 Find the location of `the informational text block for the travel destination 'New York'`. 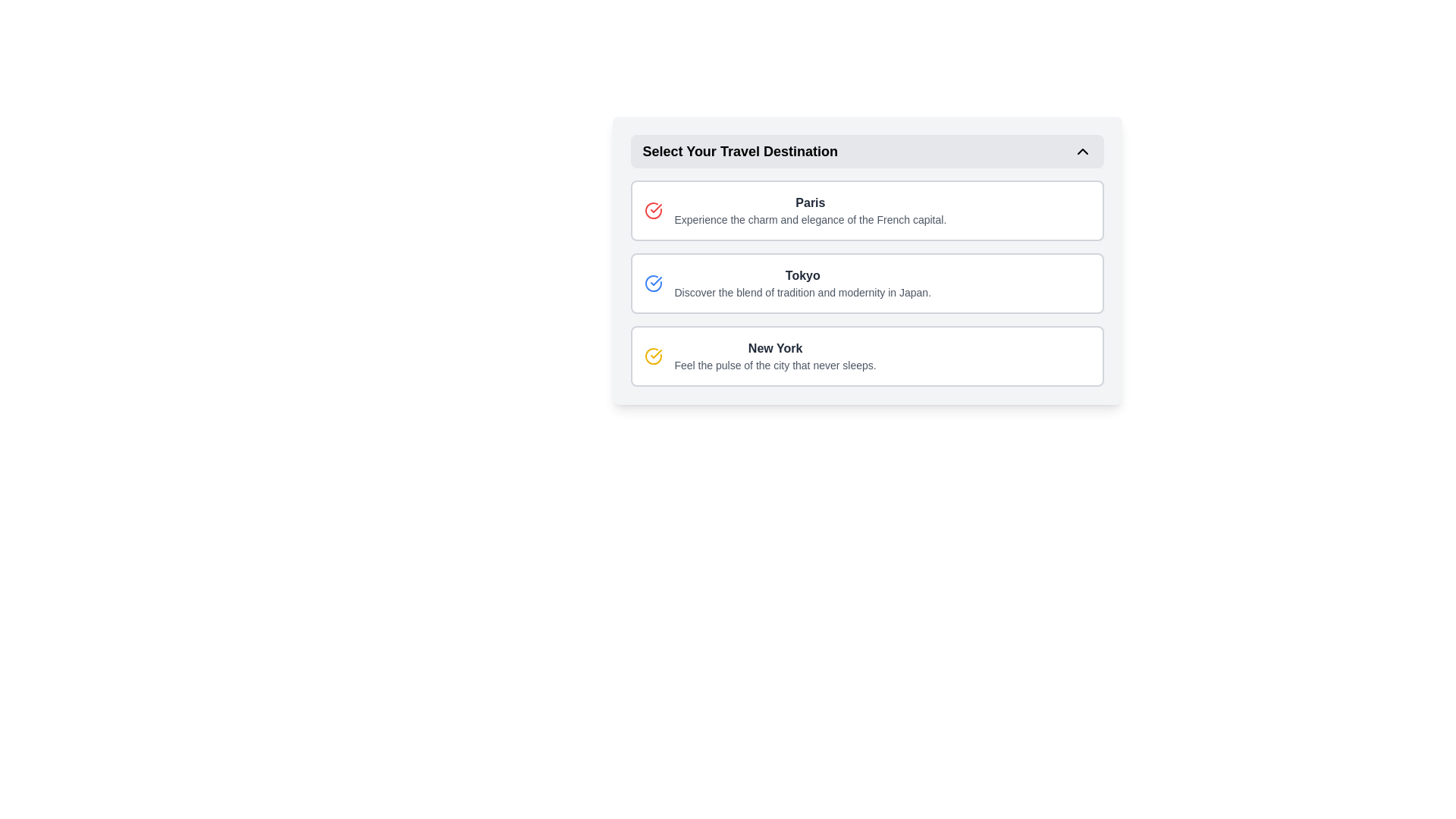

the informational text block for the travel destination 'New York' is located at coordinates (775, 356).